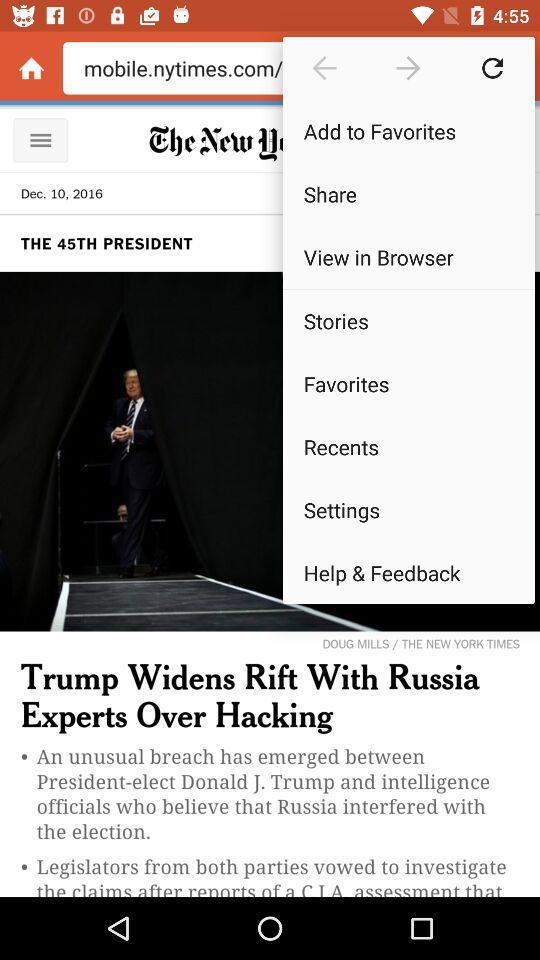 This screenshot has width=540, height=960. What do you see at coordinates (407, 194) in the screenshot?
I see `item above view in browser` at bounding box center [407, 194].